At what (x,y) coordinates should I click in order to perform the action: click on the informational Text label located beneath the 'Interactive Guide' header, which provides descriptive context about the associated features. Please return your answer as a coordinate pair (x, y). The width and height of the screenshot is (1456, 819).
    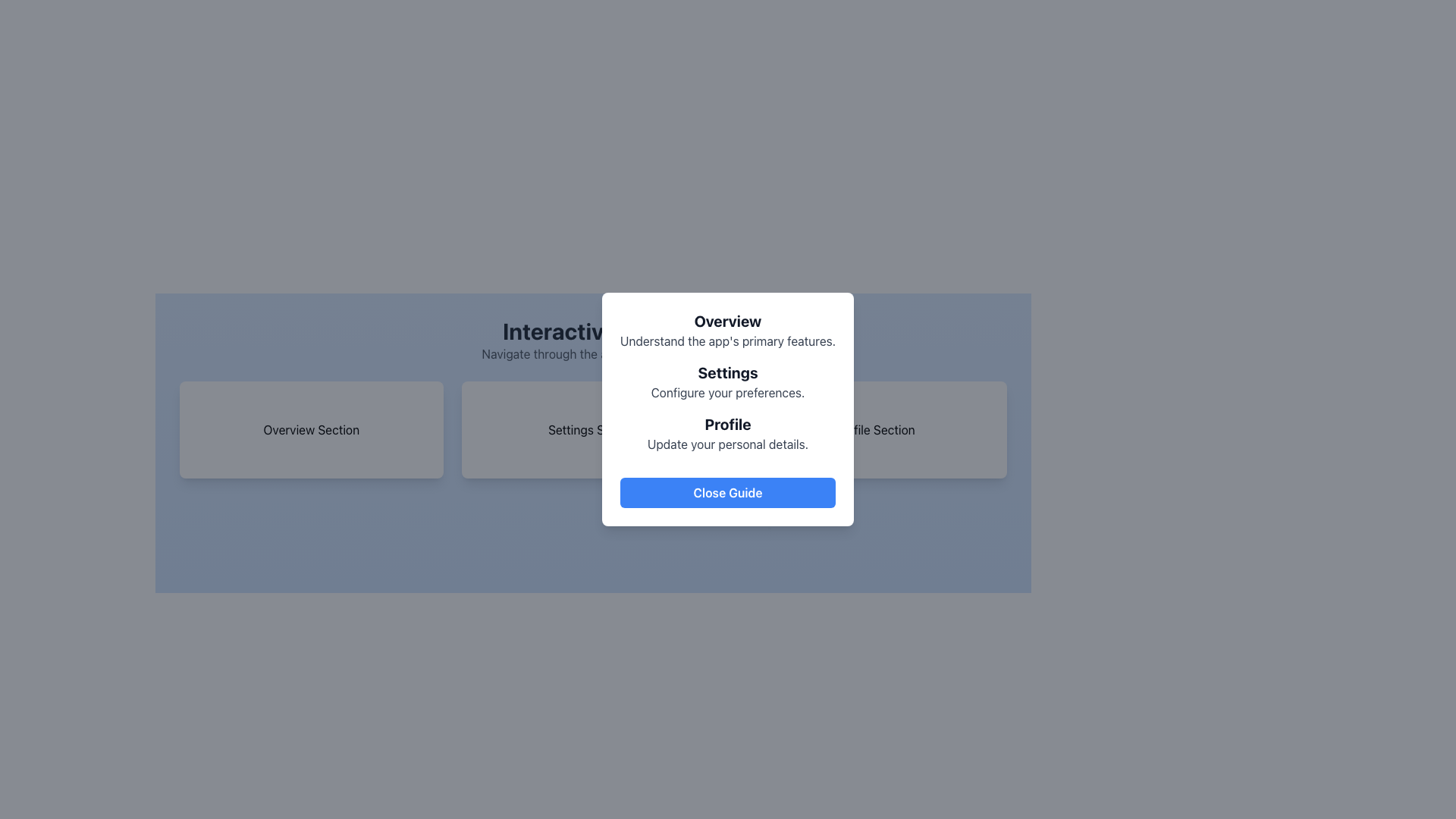
    Looking at the image, I should click on (592, 353).